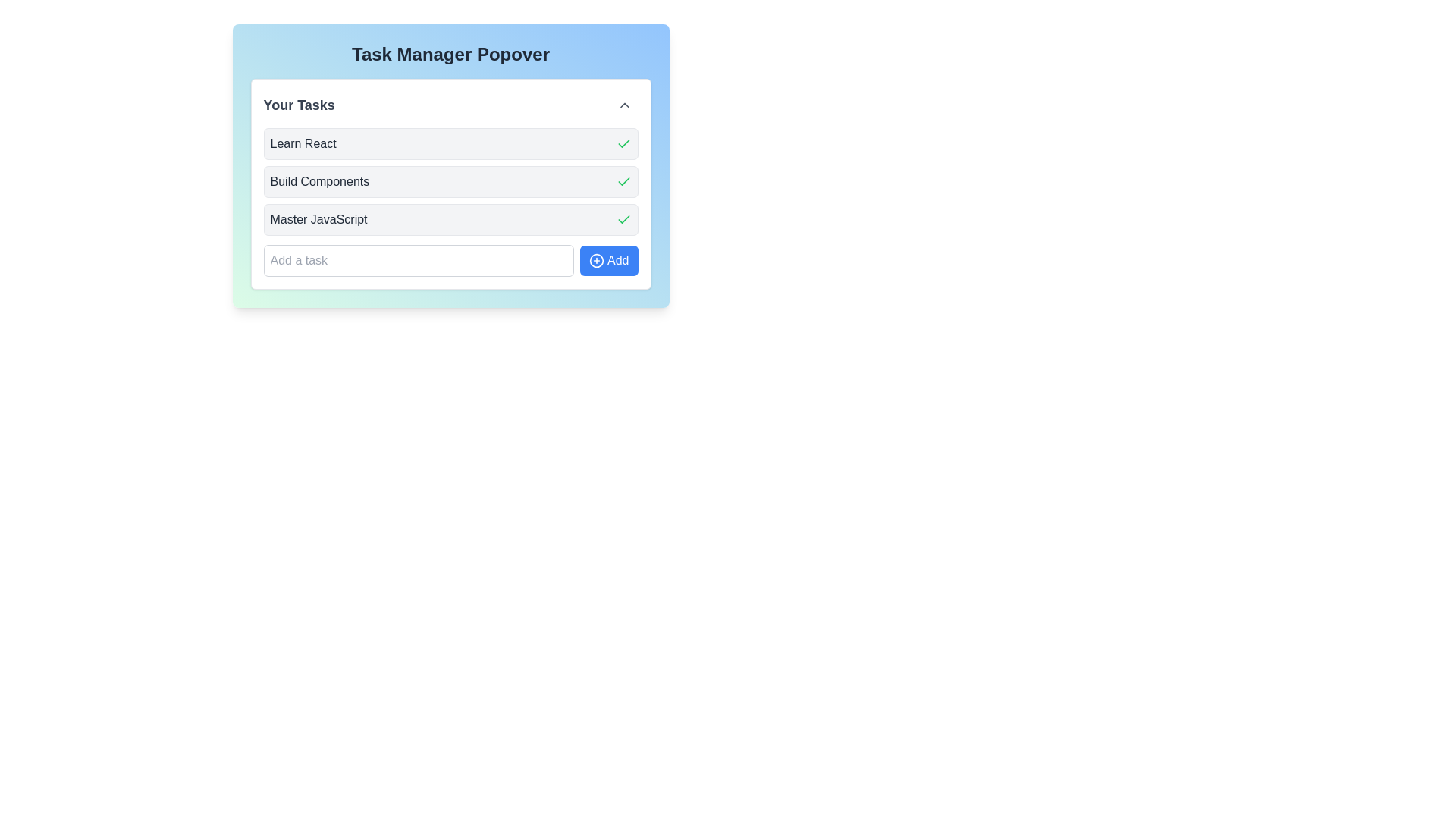  Describe the element at coordinates (450, 201) in the screenshot. I see `the 'Build Components' task item in the vertical list` at that location.